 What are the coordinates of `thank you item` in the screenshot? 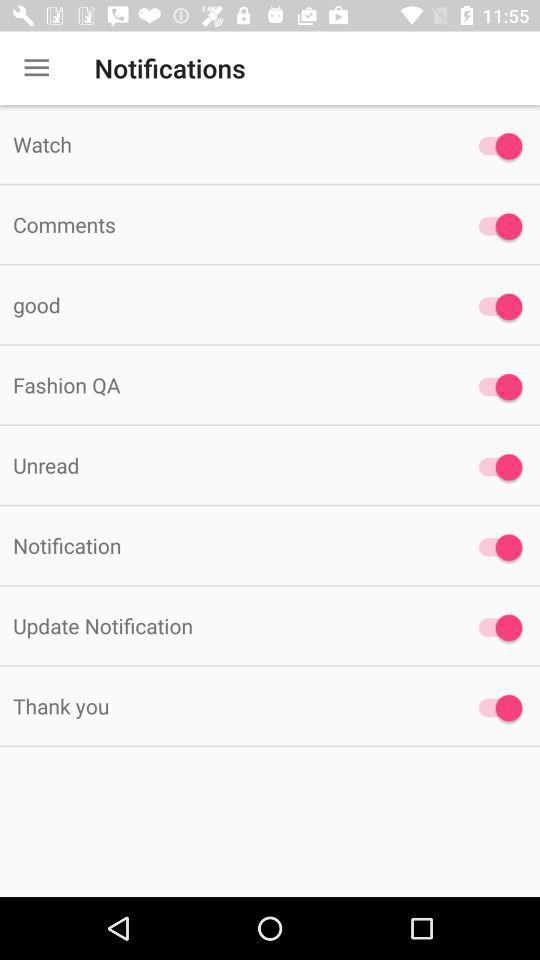 It's located at (224, 706).